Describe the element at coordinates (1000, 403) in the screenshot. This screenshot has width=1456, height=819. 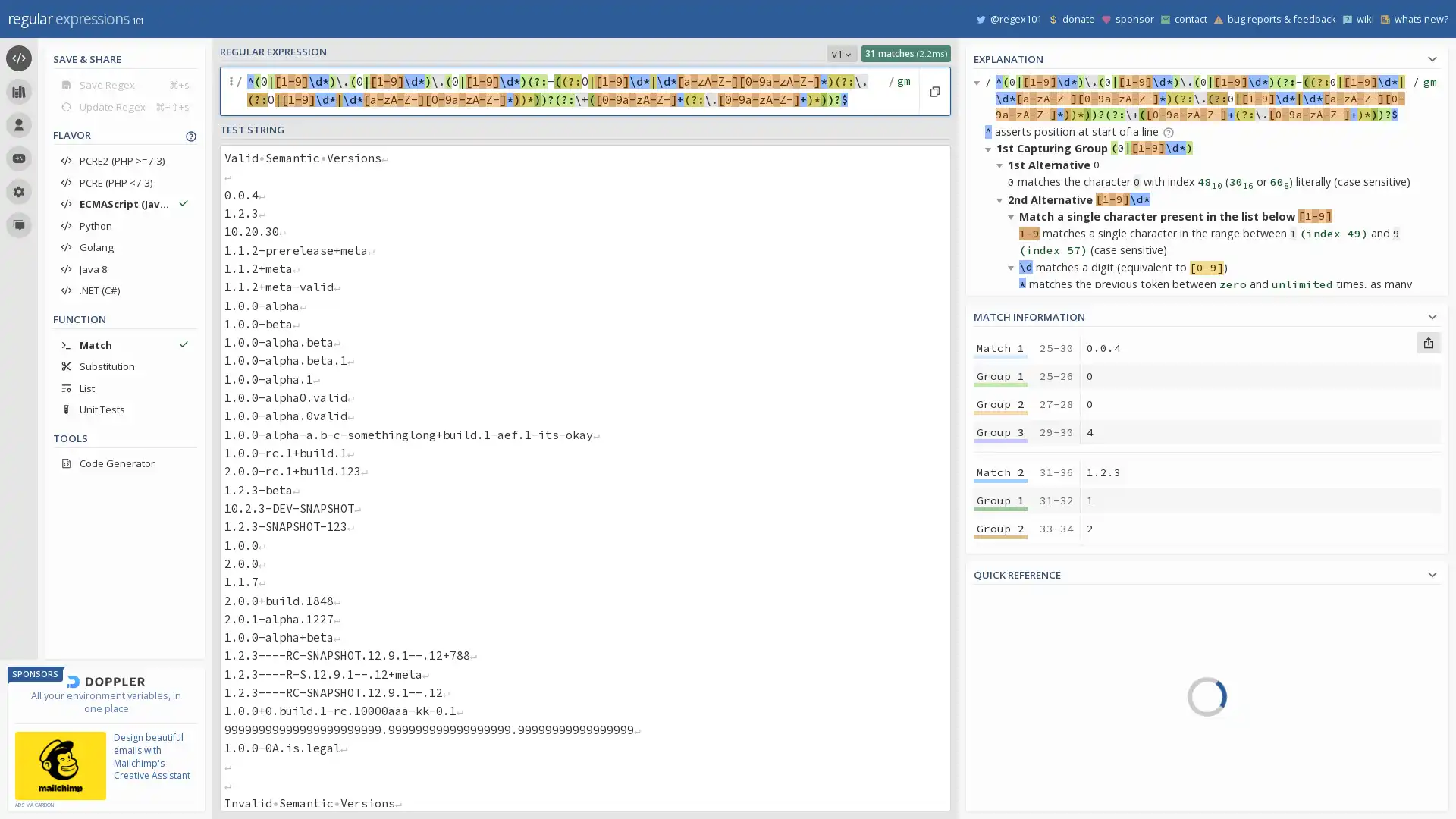
I see `Group 2` at that location.